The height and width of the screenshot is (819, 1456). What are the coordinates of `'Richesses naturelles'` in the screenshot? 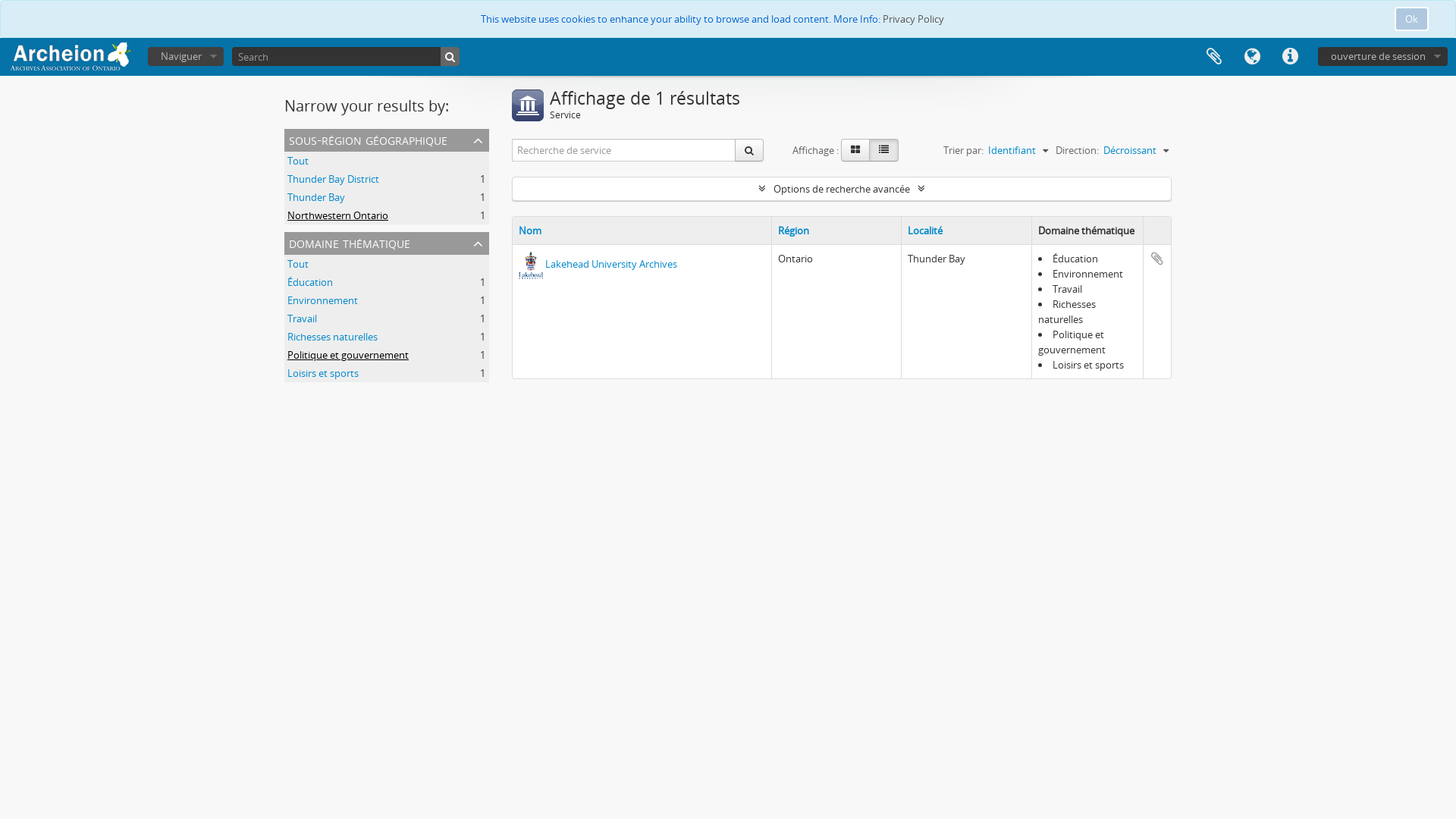 It's located at (331, 335).